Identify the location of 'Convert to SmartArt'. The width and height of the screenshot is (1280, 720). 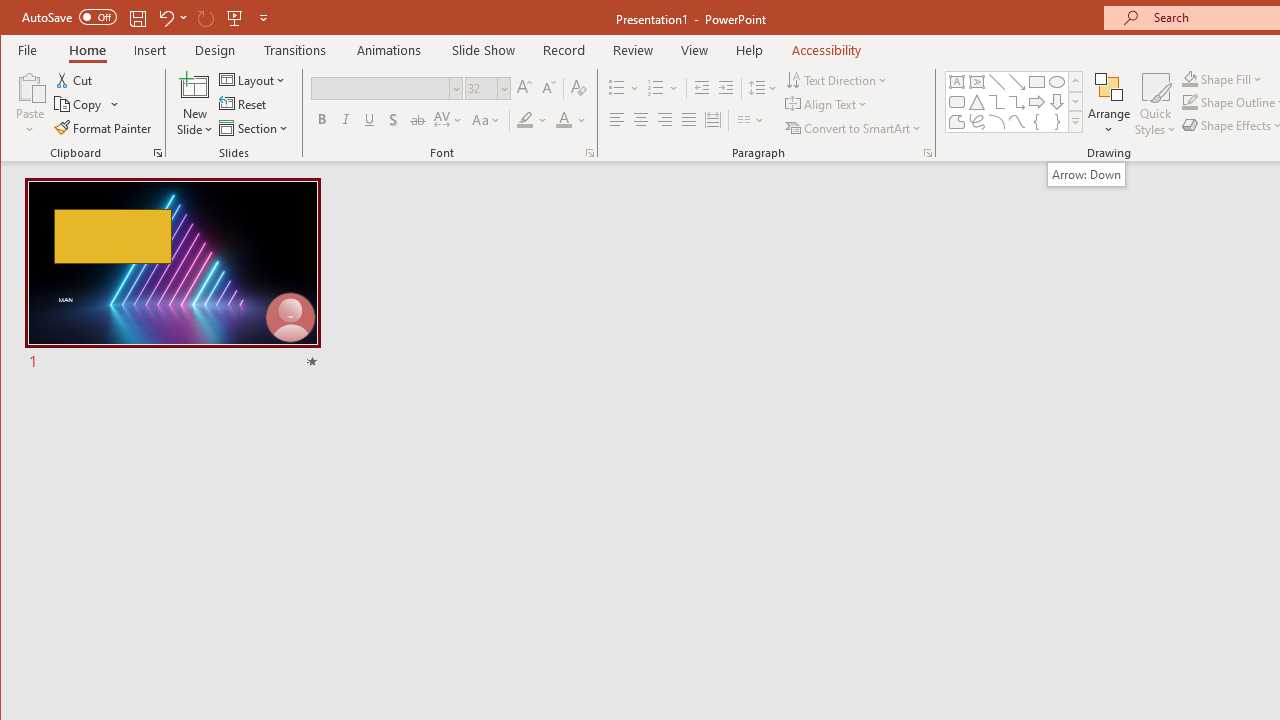
(855, 128).